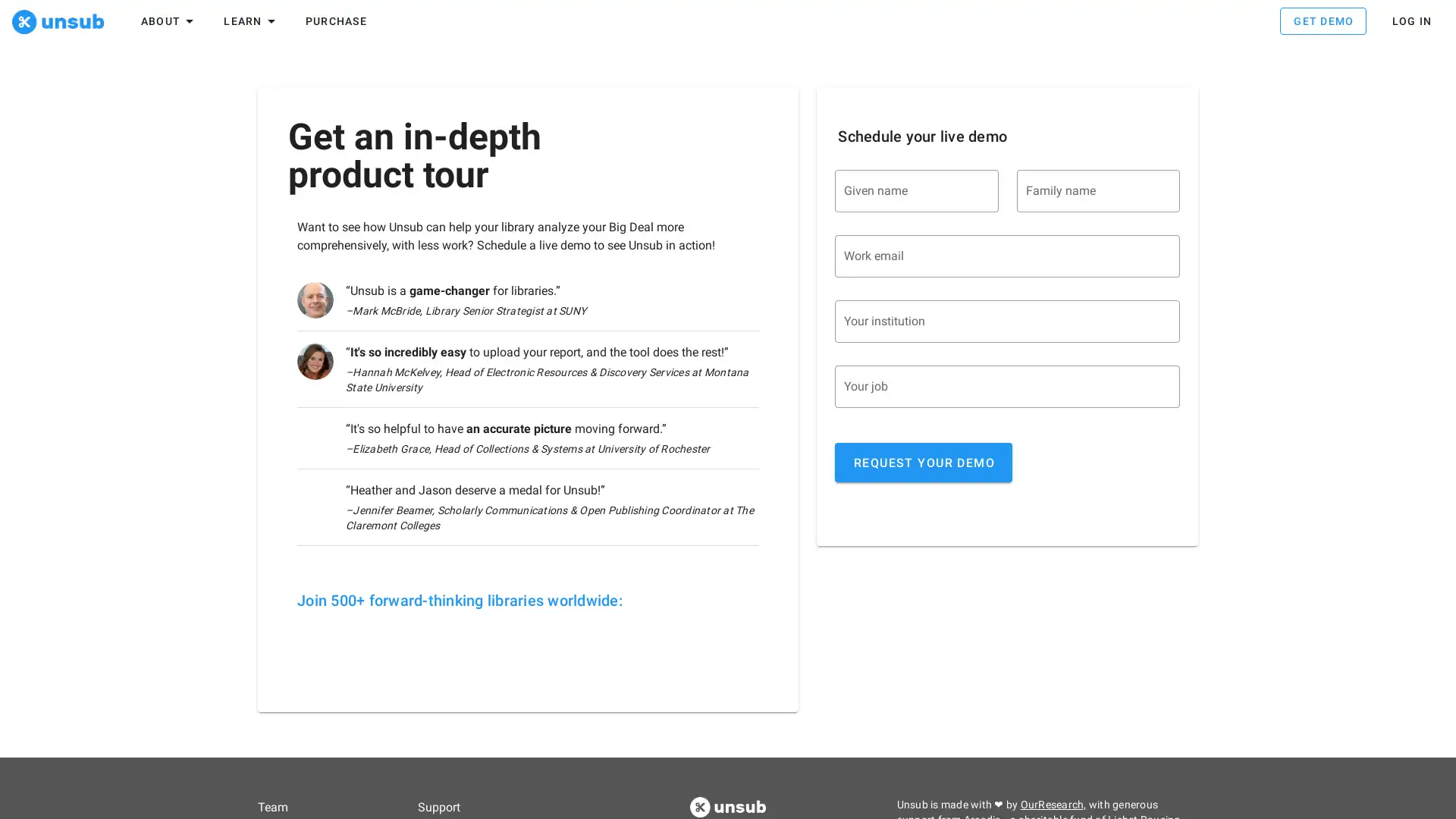  I want to click on LEARN, so click(251, 24).